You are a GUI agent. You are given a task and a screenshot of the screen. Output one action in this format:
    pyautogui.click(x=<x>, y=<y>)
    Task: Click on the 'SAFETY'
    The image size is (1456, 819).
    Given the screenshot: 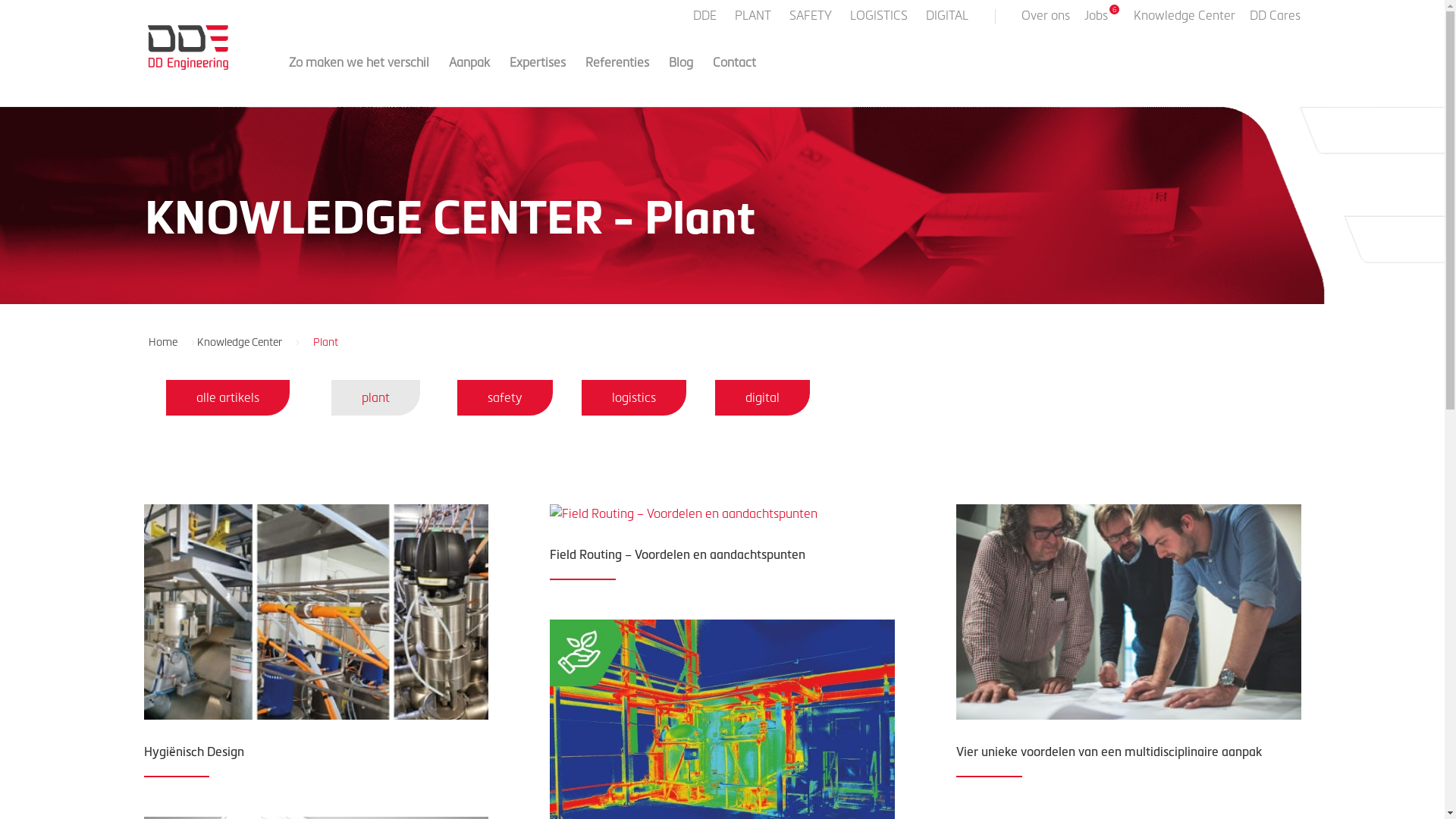 What is the action you would take?
    pyautogui.click(x=811, y=20)
    